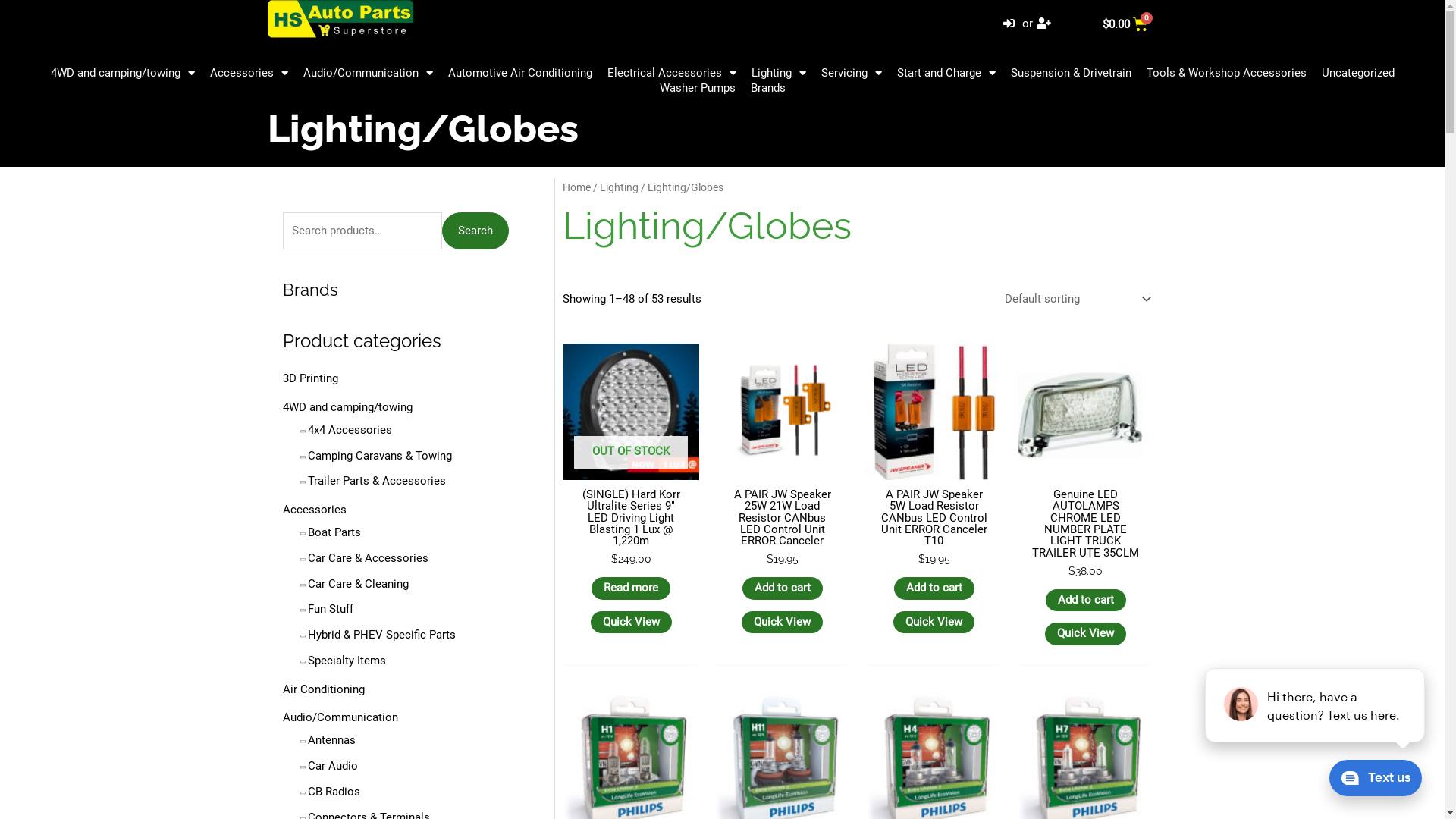 This screenshot has width=1456, height=819. I want to click on 'Fun Stuff', so click(330, 607).